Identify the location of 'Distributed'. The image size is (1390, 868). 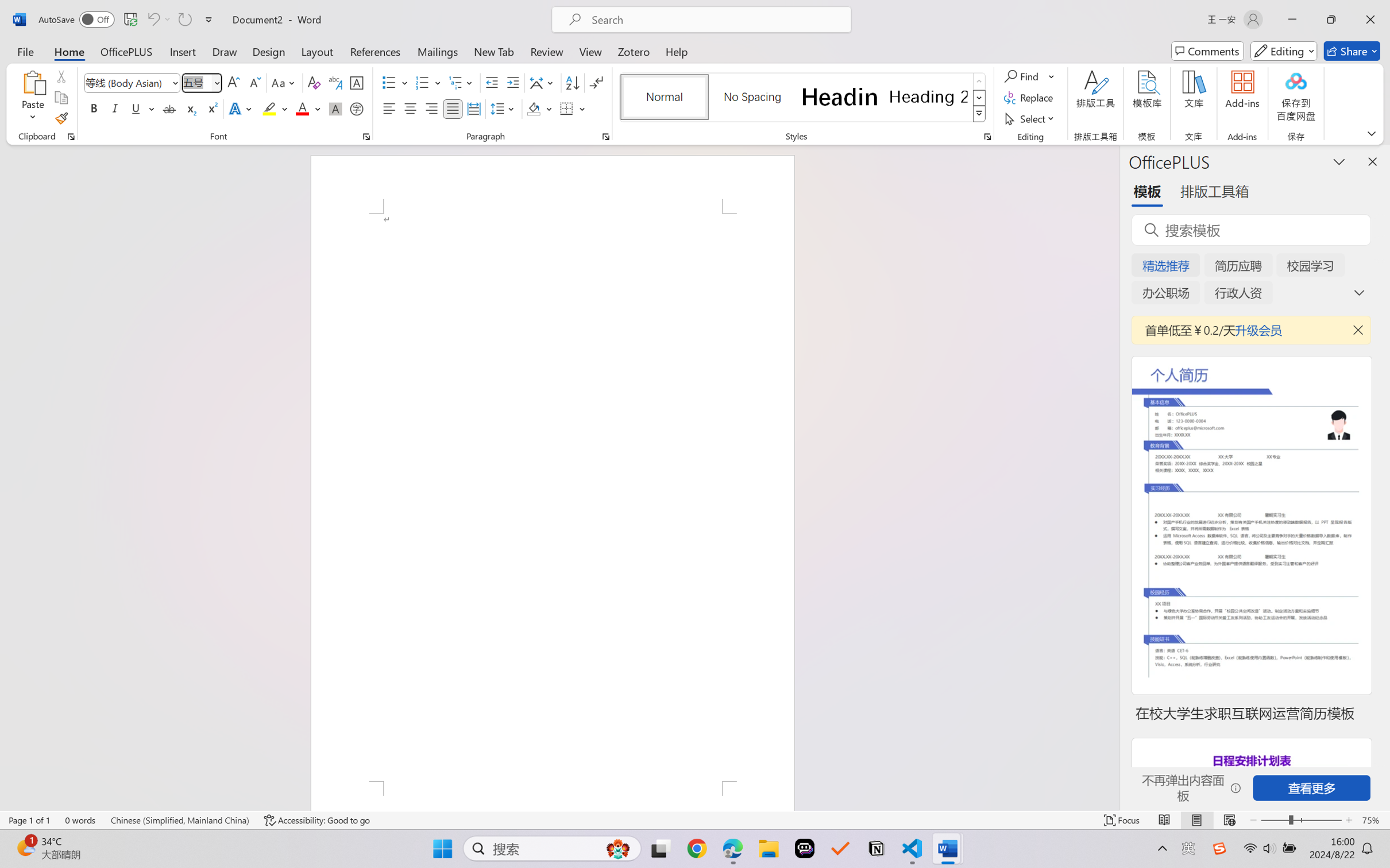
(473, 108).